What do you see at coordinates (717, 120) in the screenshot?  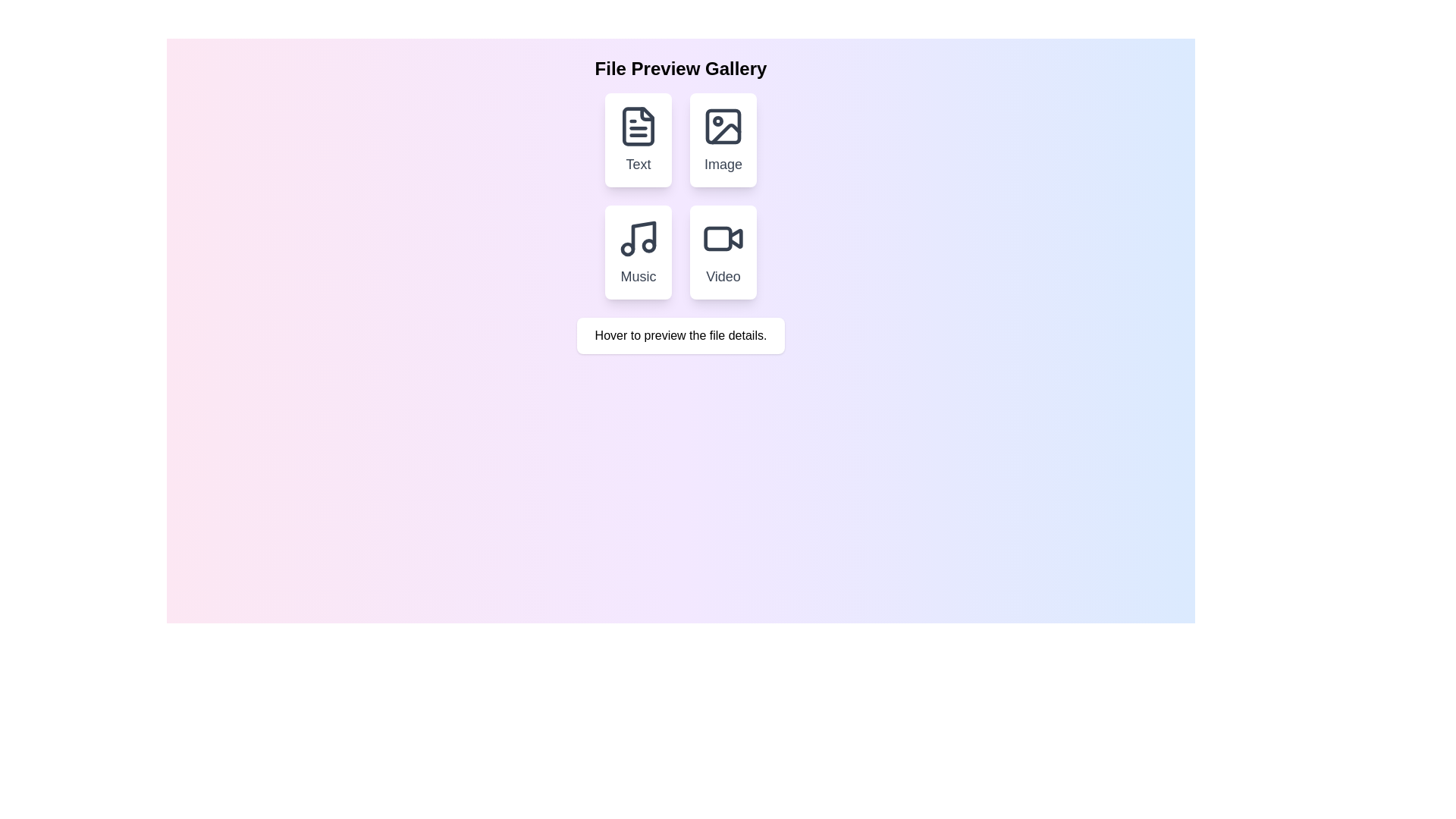 I see `the small circle located in the top-right quadrant of the image icon, which features an outline of a picture with a mountain motif` at bounding box center [717, 120].